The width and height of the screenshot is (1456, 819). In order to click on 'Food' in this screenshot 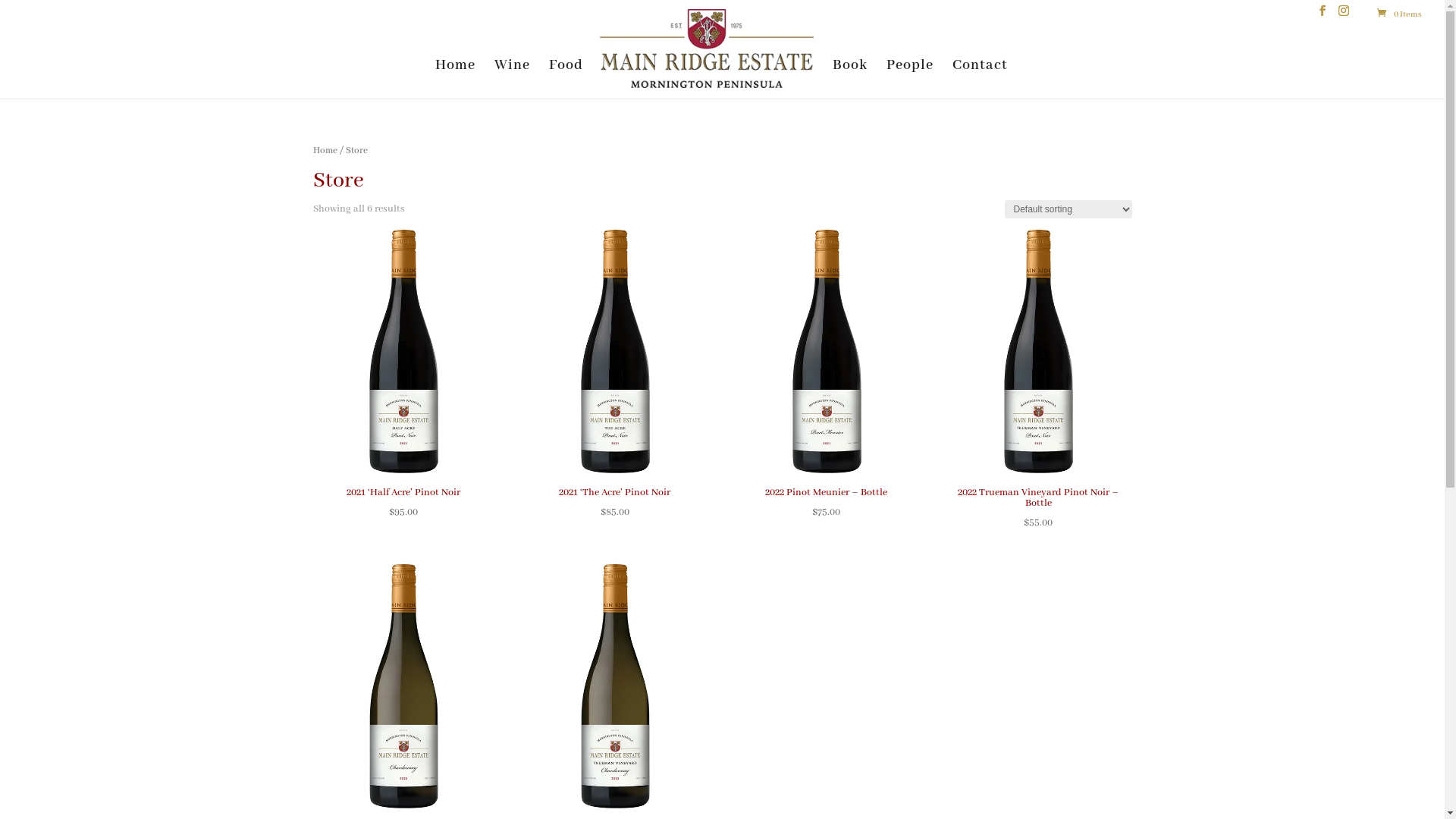, I will do `click(548, 76)`.